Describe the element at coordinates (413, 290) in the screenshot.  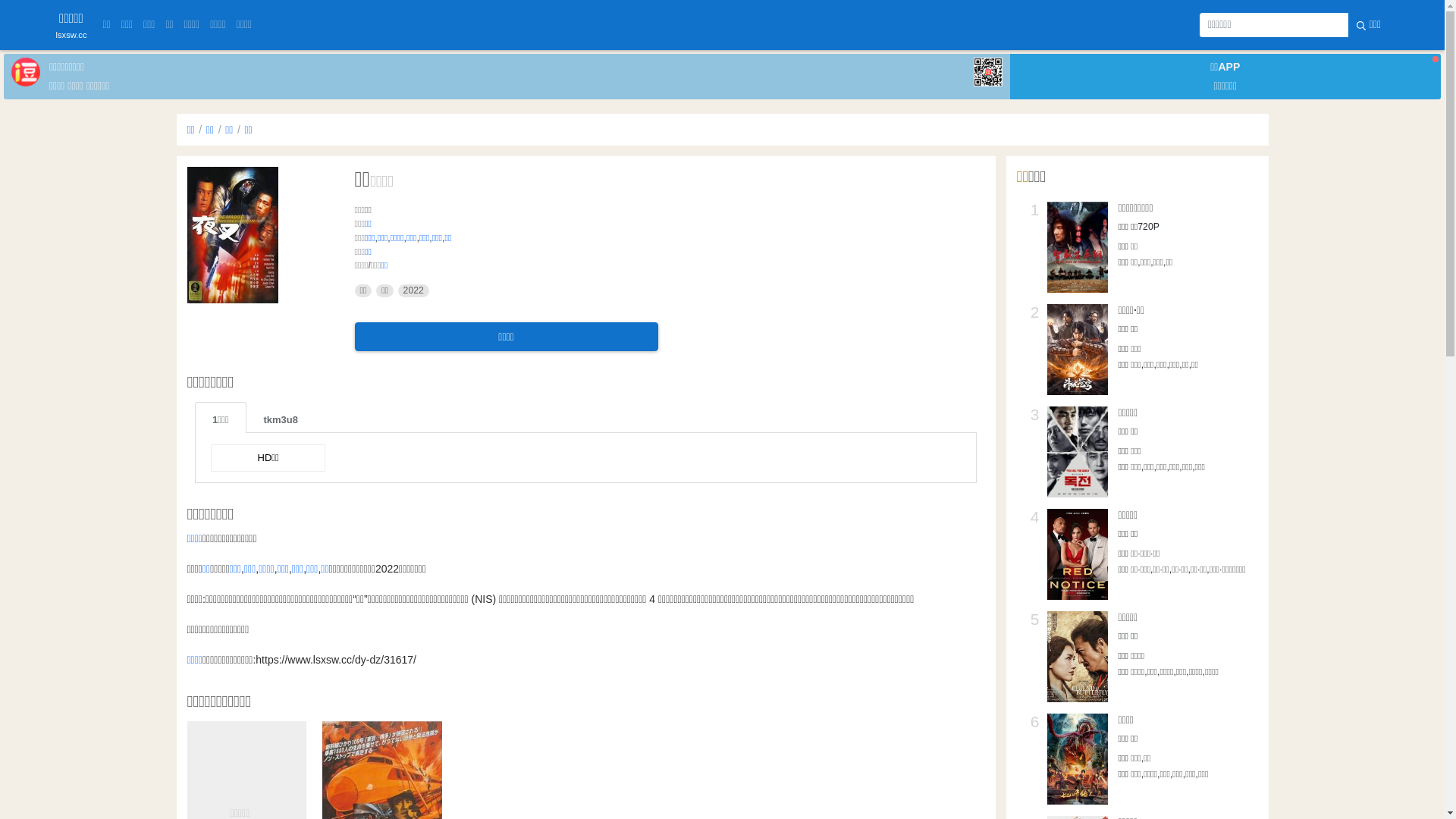
I see `'2022'` at that location.